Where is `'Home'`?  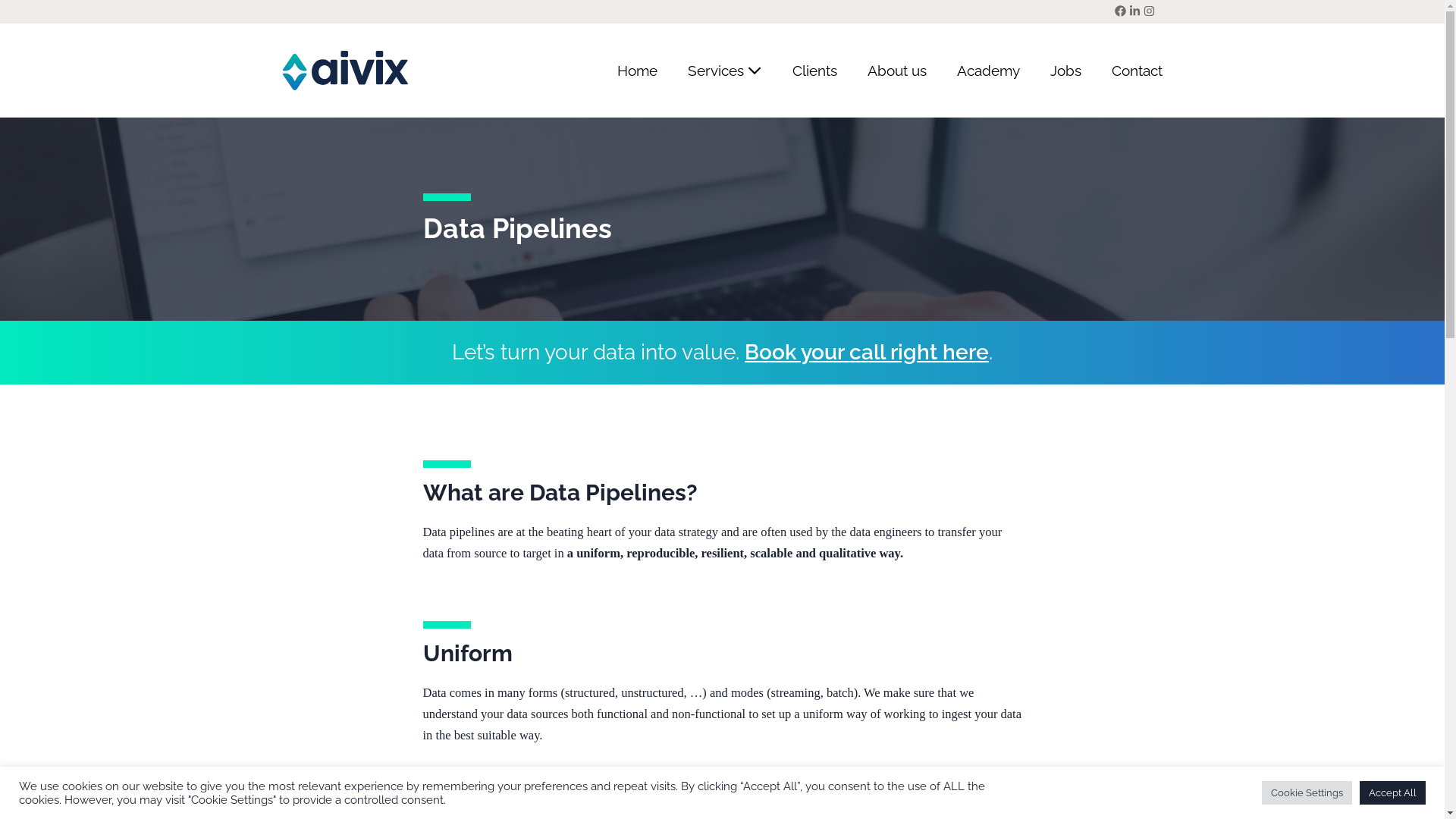
'Home' is located at coordinates (637, 70).